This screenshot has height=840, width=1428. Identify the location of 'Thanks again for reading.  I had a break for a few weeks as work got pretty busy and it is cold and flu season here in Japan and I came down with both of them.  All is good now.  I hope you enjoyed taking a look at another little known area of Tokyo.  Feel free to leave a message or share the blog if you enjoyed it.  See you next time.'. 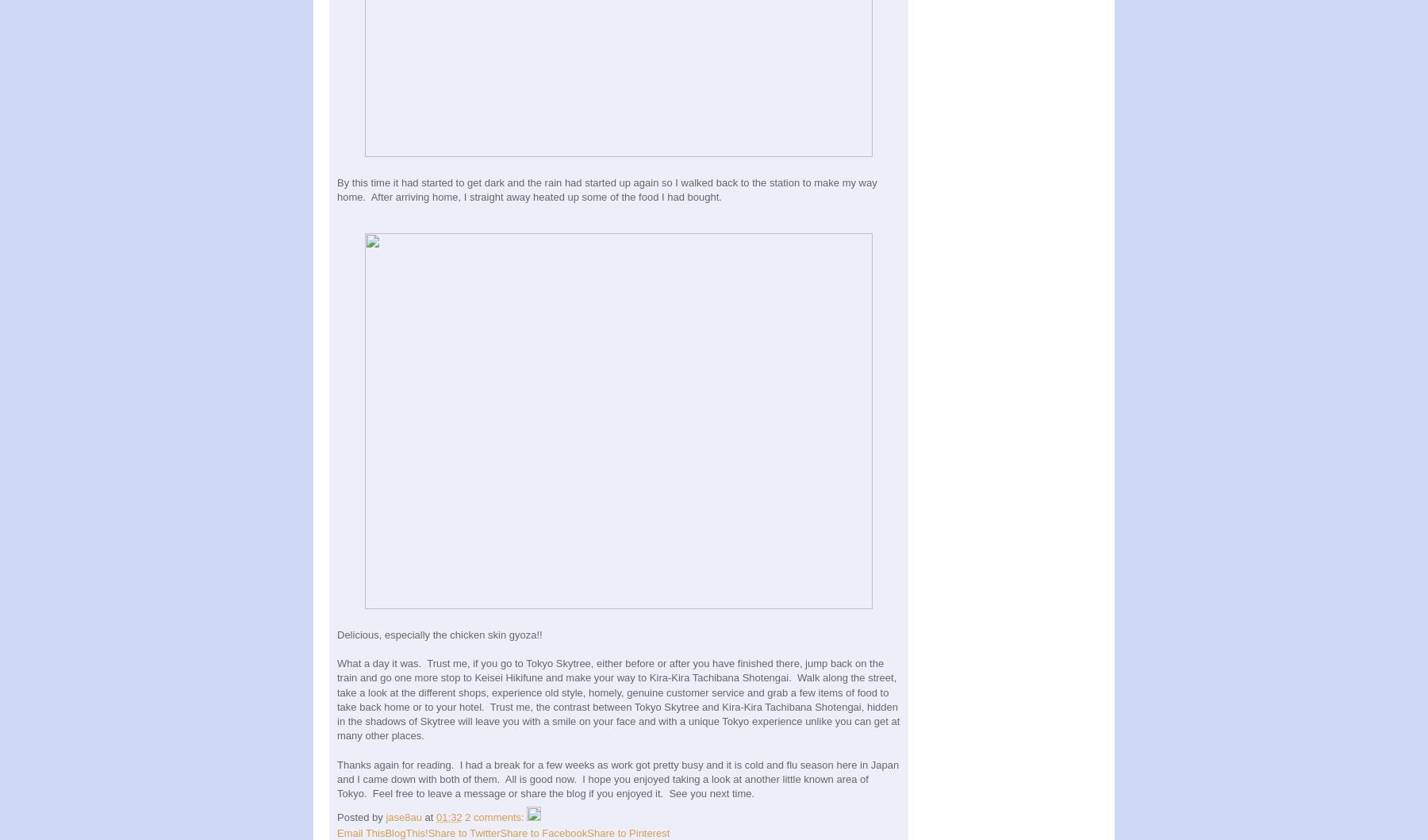
(617, 777).